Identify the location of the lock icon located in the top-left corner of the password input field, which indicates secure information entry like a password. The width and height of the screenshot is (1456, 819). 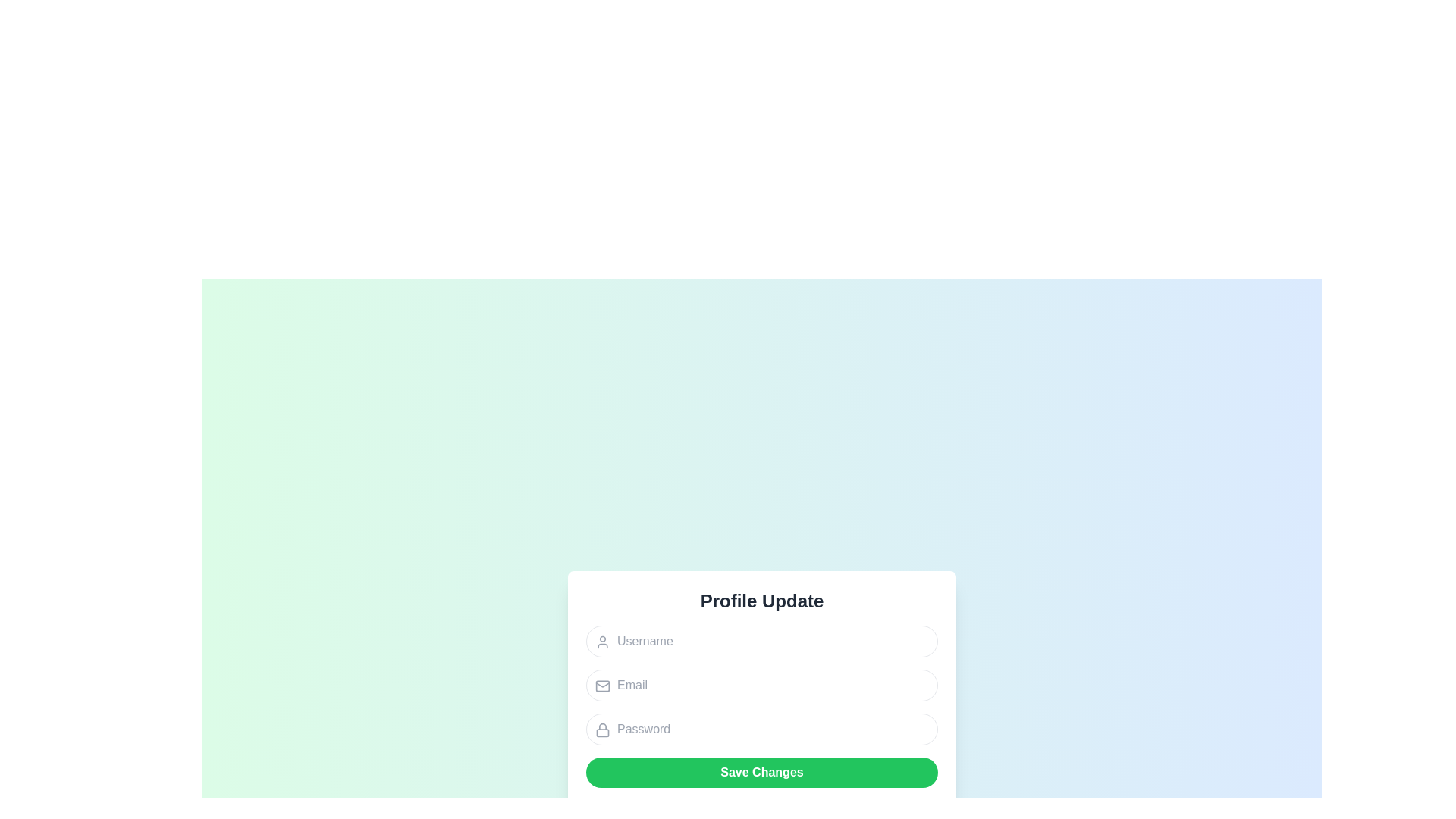
(602, 730).